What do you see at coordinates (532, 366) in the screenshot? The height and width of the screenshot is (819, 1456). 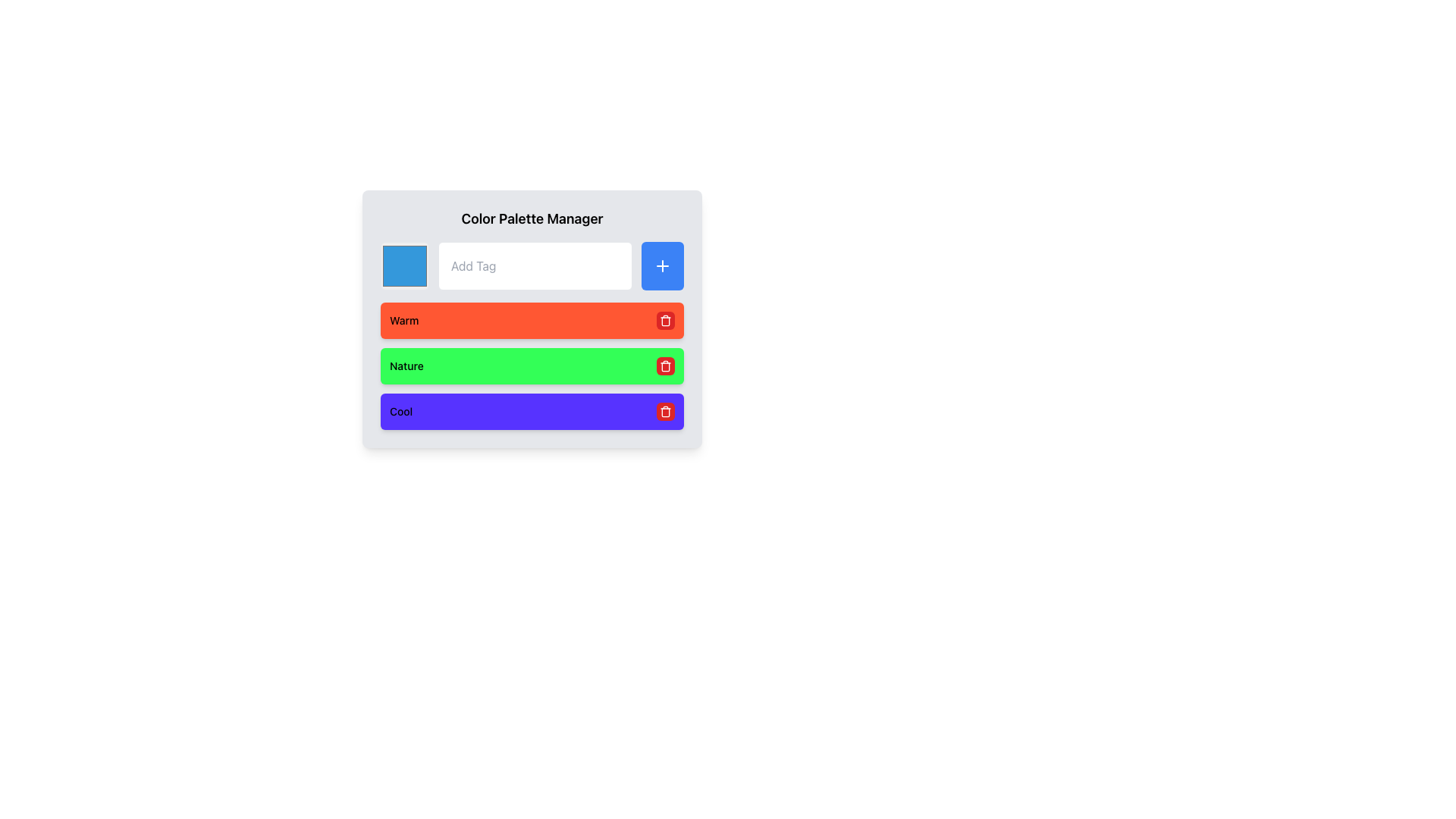 I see `the second list item with a green background and a red trash icon button, which contains the text label 'Nature'` at bounding box center [532, 366].